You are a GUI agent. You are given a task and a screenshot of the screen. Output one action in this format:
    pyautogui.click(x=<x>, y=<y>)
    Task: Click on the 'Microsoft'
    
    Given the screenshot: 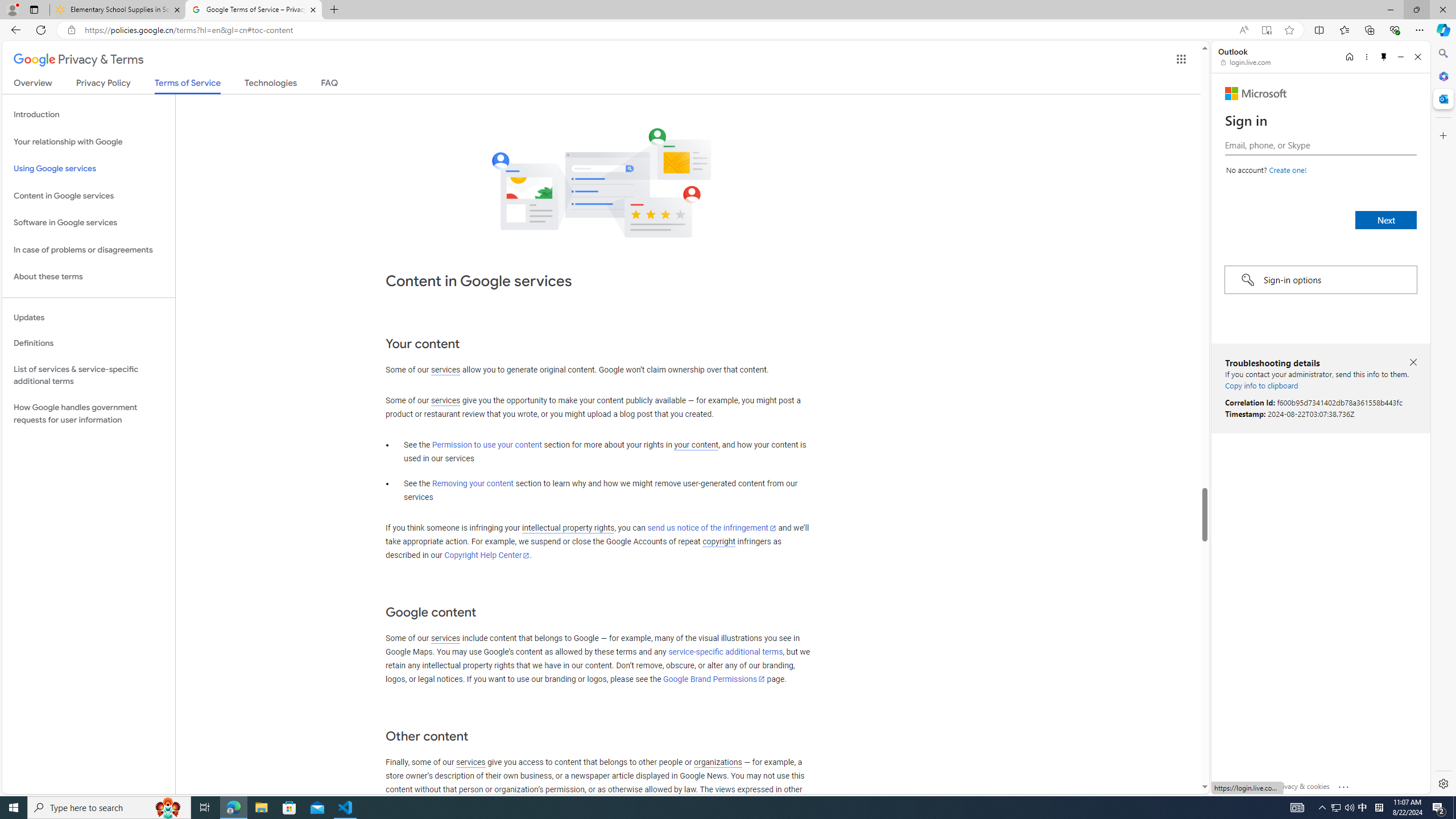 What is the action you would take?
    pyautogui.click(x=1256, y=93)
    